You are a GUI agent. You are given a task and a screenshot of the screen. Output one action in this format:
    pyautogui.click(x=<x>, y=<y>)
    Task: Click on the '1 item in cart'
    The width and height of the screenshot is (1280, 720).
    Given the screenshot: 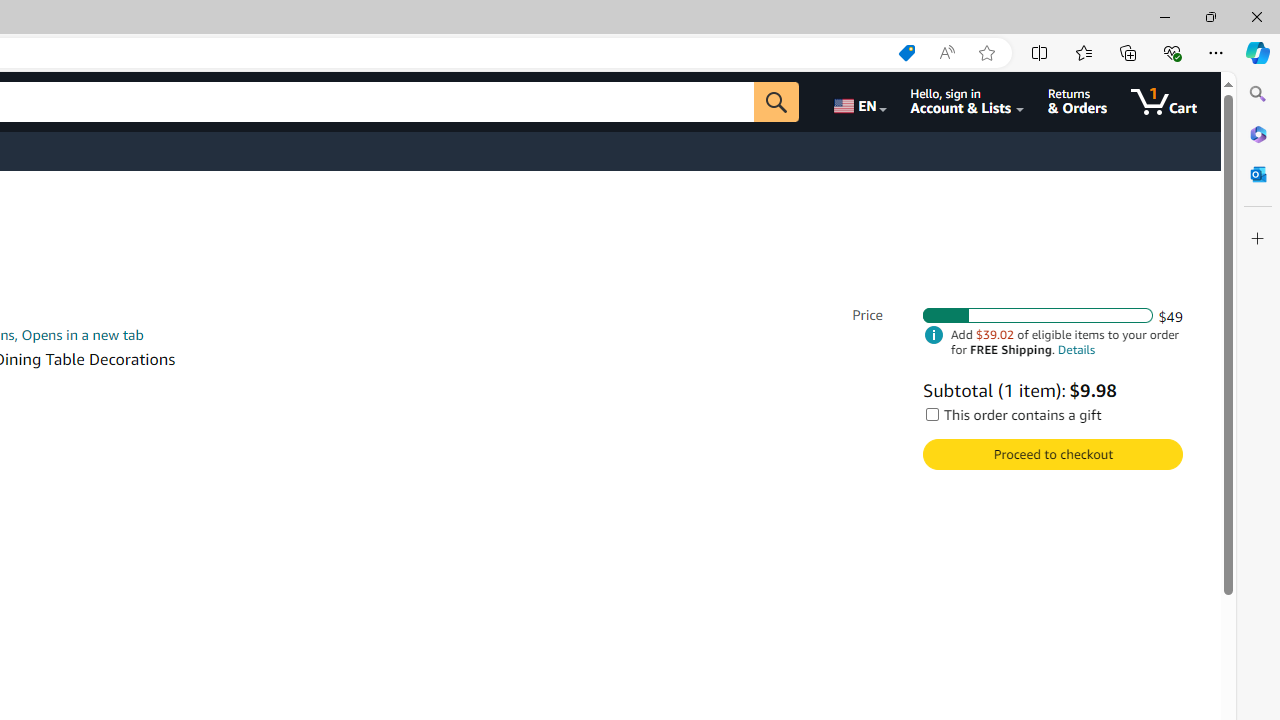 What is the action you would take?
    pyautogui.click(x=1164, y=101)
    